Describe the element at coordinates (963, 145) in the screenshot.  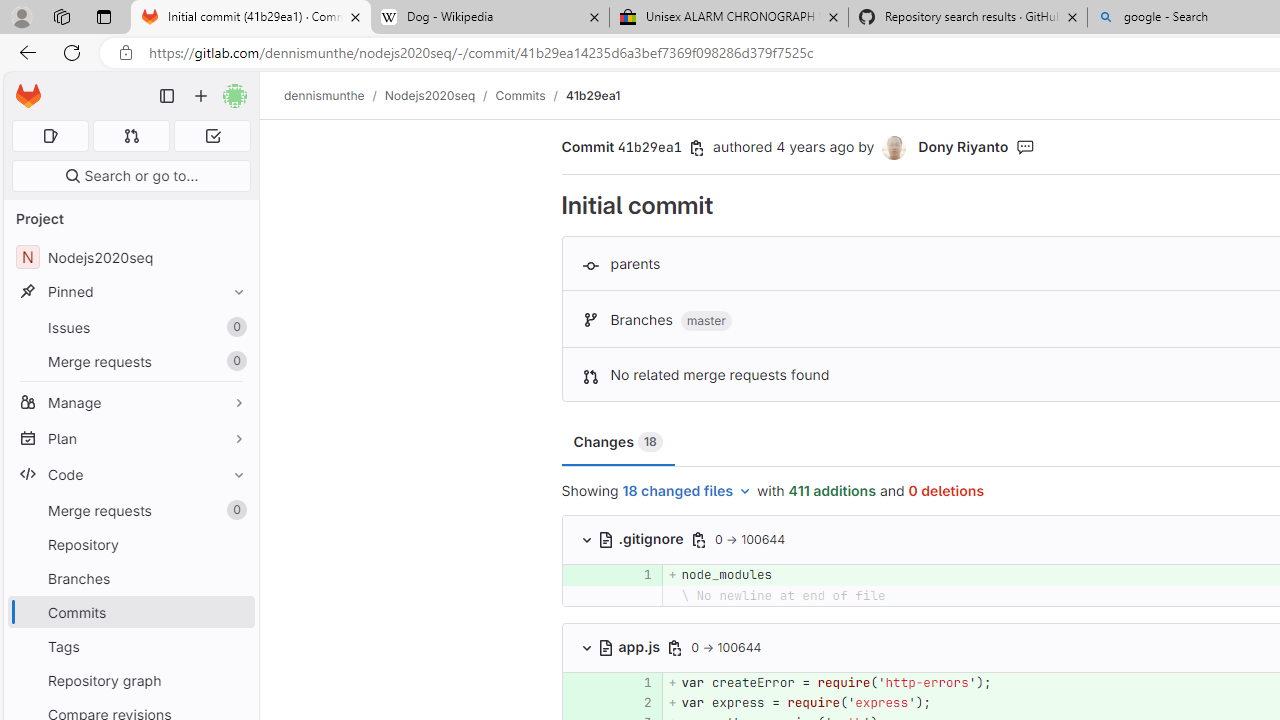
I see `'Dony Riyanto'` at that location.